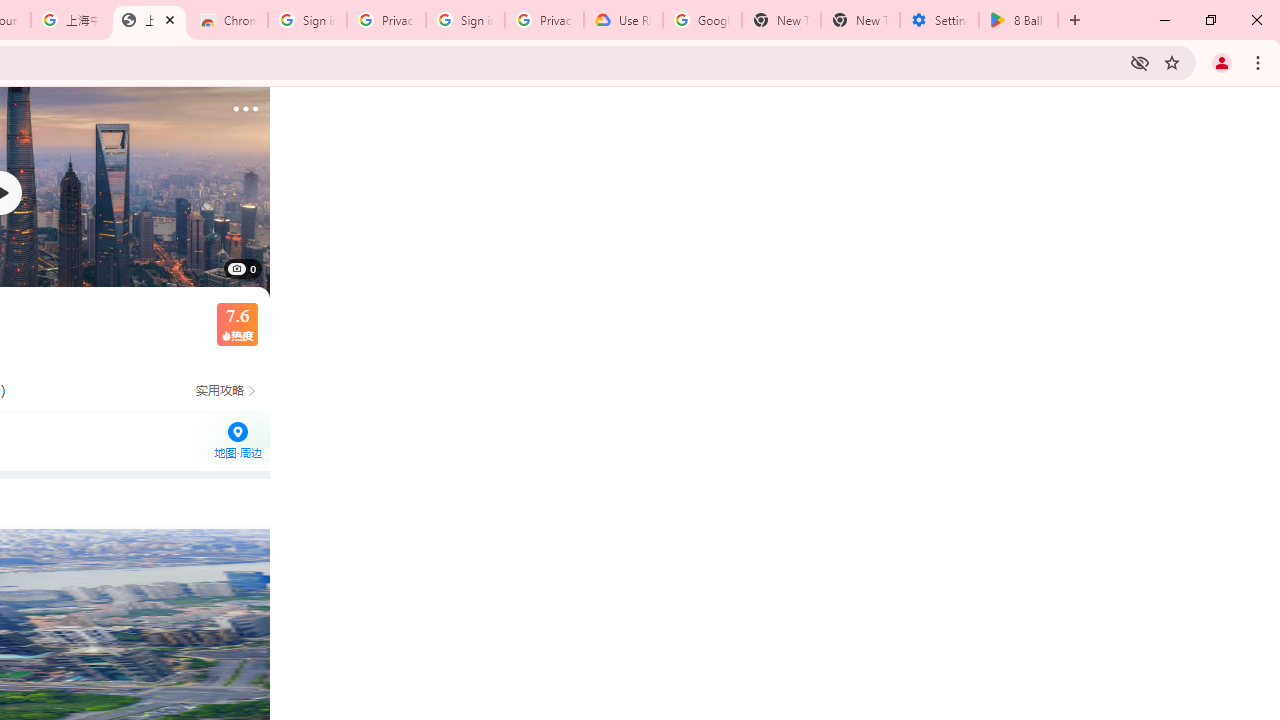 The width and height of the screenshot is (1280, 720). What do you see at coordinates (938, 20) in the screenshot?
I see `'Settings - System'` at bounding box center [938, 20].